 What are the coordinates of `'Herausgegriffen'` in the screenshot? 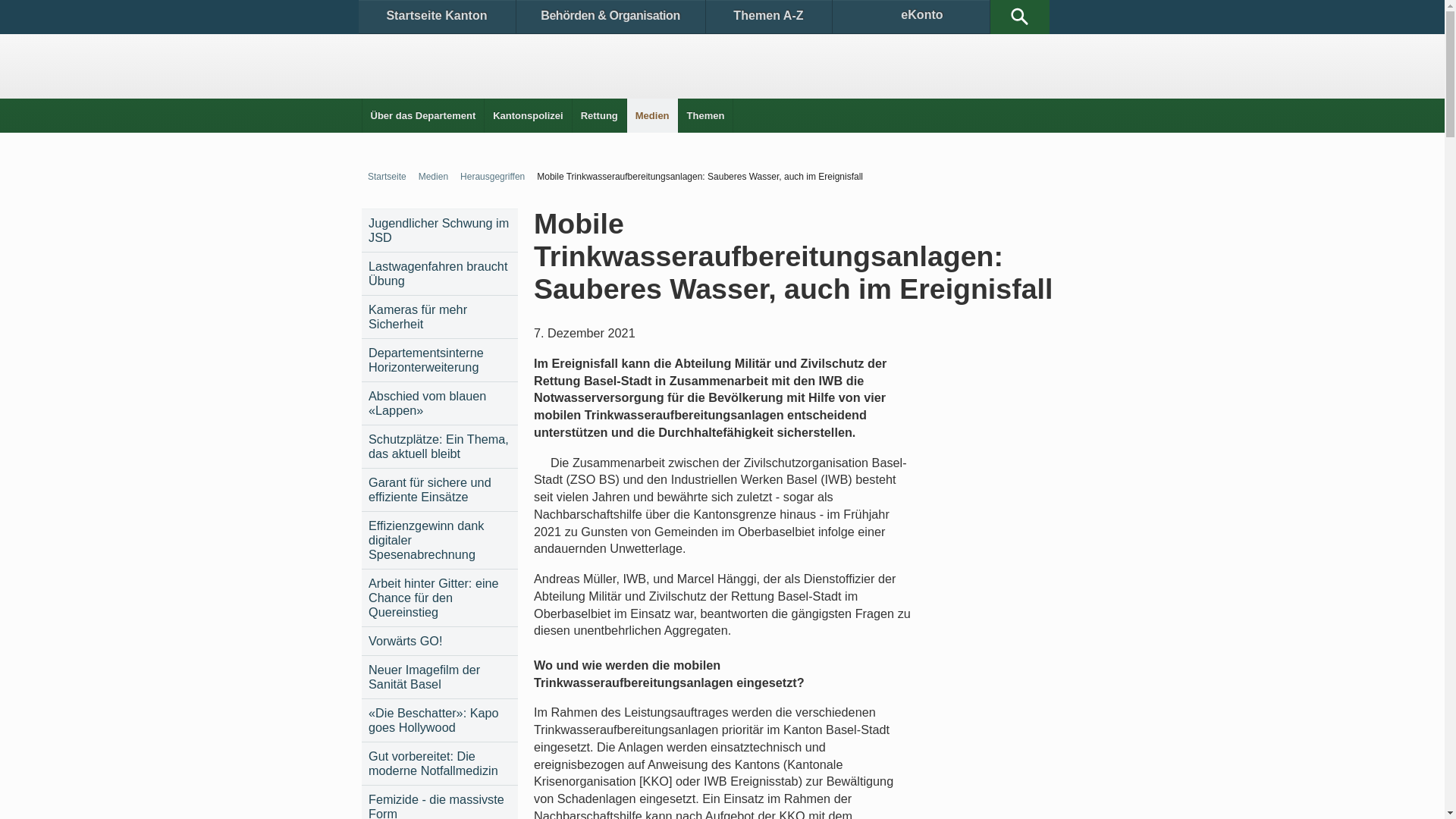 It's located at (796, 46).